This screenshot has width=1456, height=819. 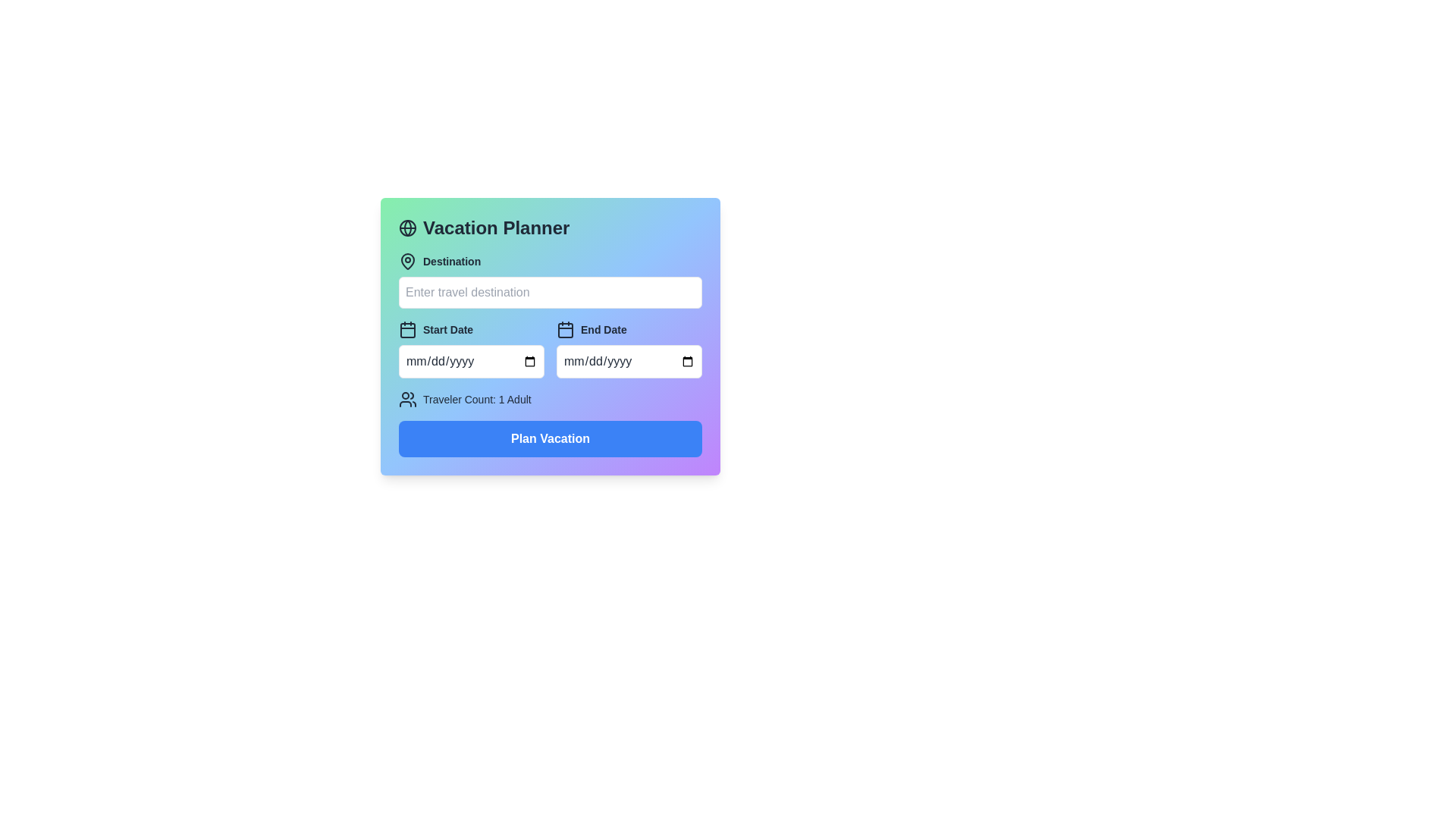 I want to click on the inner SVG Rectangle of the calendar icon located to the right of the 'End Date' text input field, so click(x=564, y=329).